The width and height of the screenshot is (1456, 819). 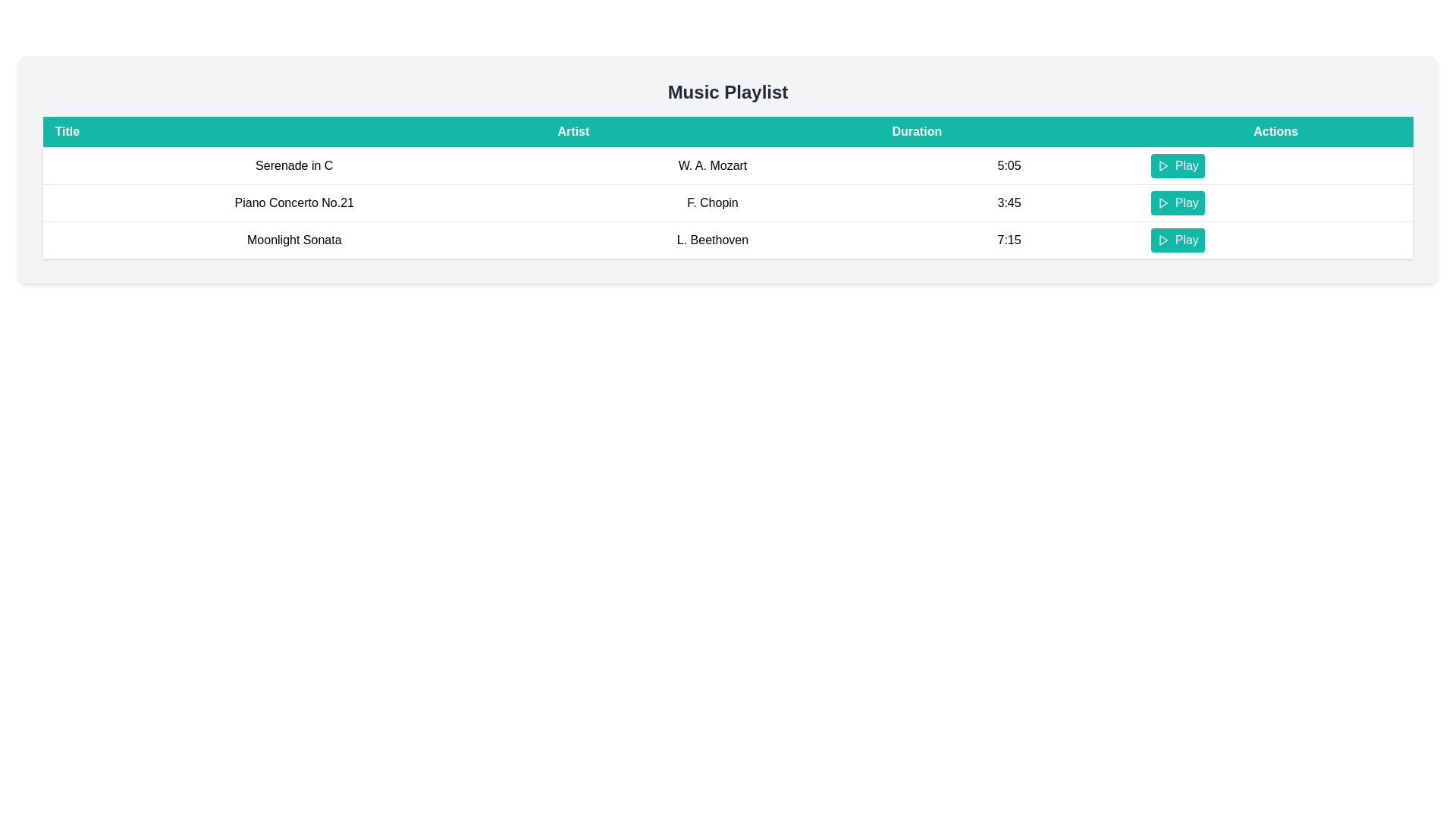 What do you see at coordinates (294, 202) in the screenshot?
I see `the static text label that identifies the music piece title in the second row of the table under the 'Title' column` at bounding box center [294, 202].